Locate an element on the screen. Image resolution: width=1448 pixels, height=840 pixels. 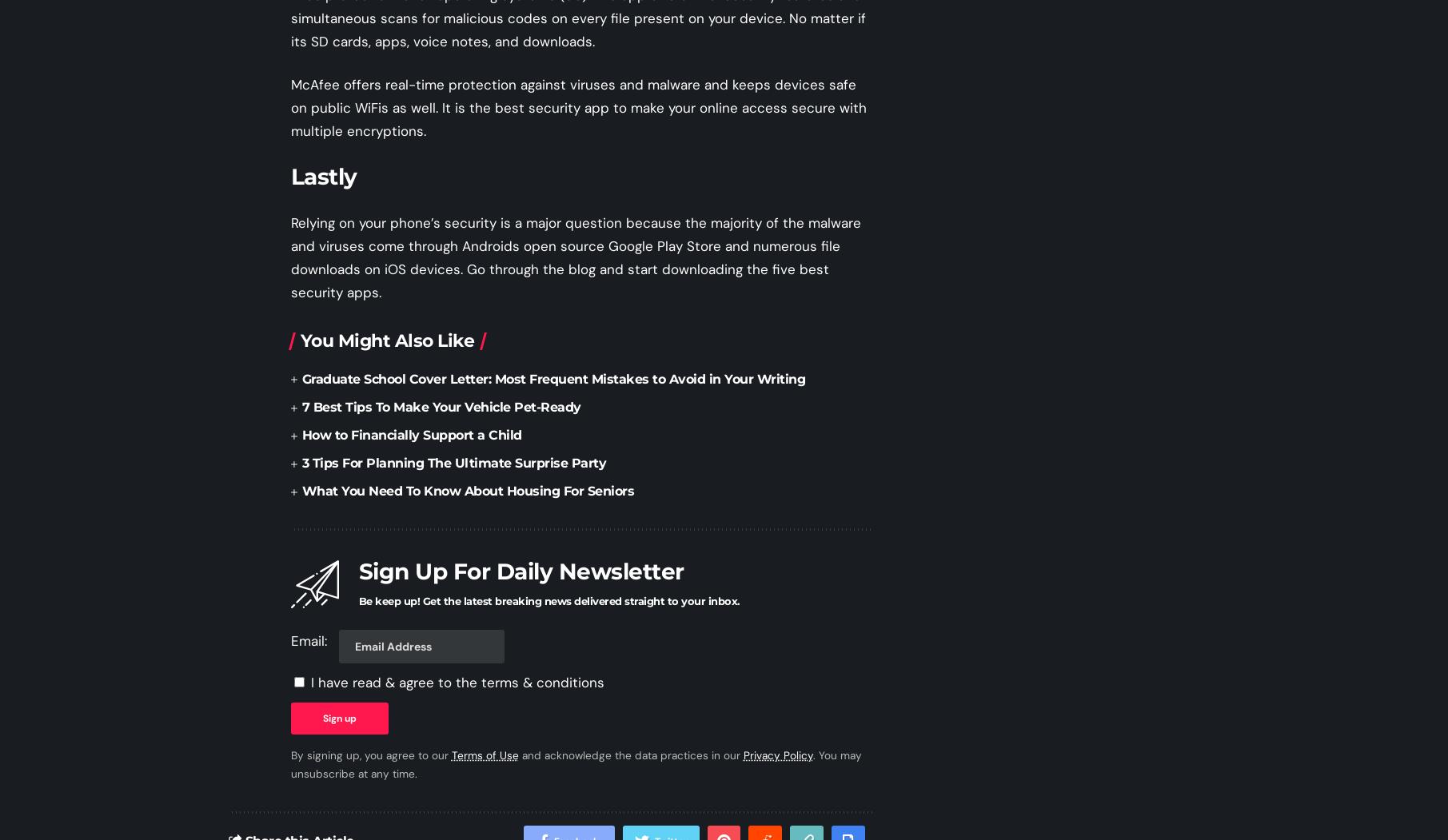
'McAfee offers real-time protection against viruses and malware and keeps devices safe on public WiFis as well. It is the best security app to make your online access secure with multiple encryptions.' is located at coordinates (289, 106).